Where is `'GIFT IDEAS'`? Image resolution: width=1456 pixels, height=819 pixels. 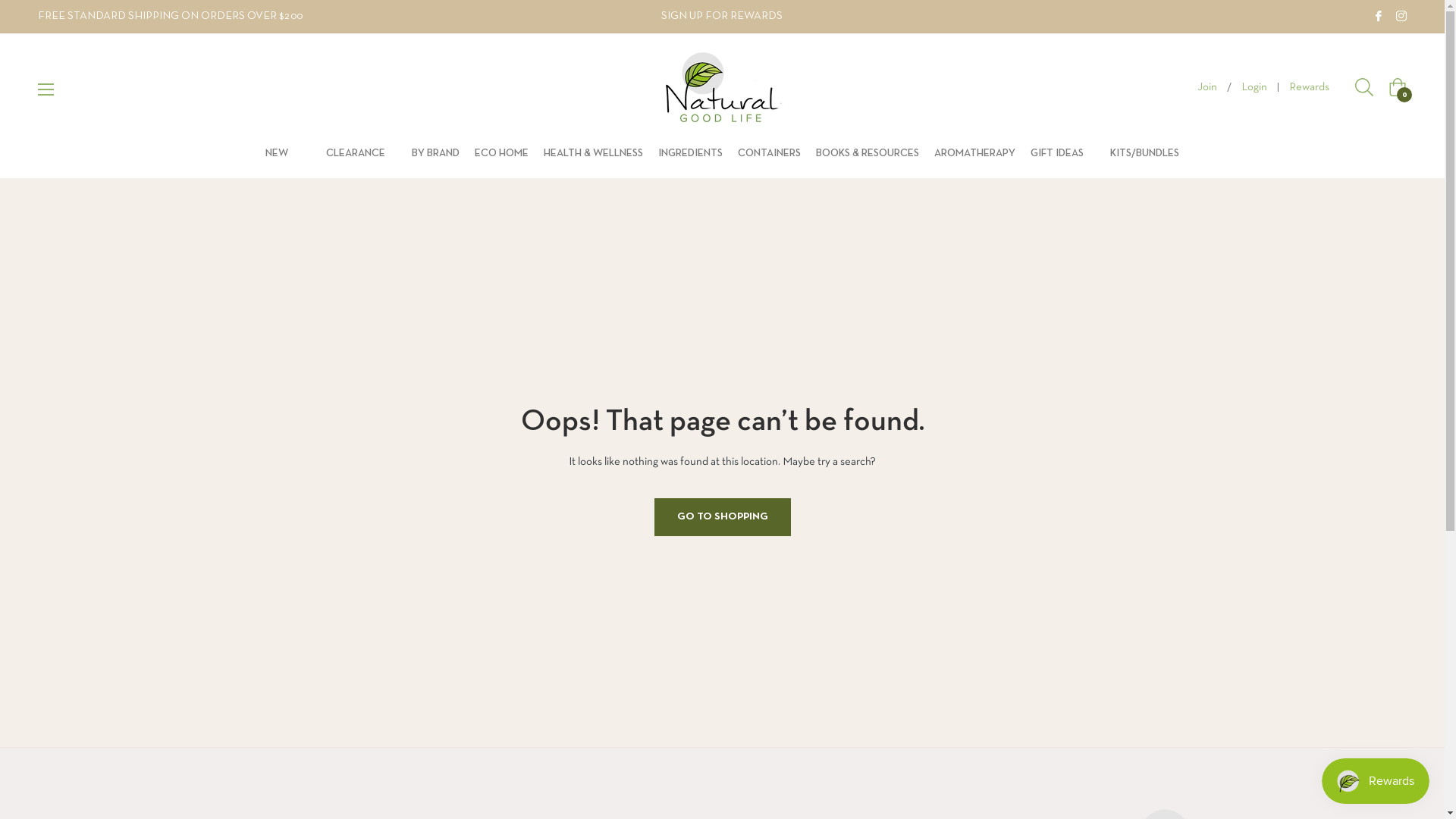 'GIFT IDEAS' is located at coordinates (1056, 153).